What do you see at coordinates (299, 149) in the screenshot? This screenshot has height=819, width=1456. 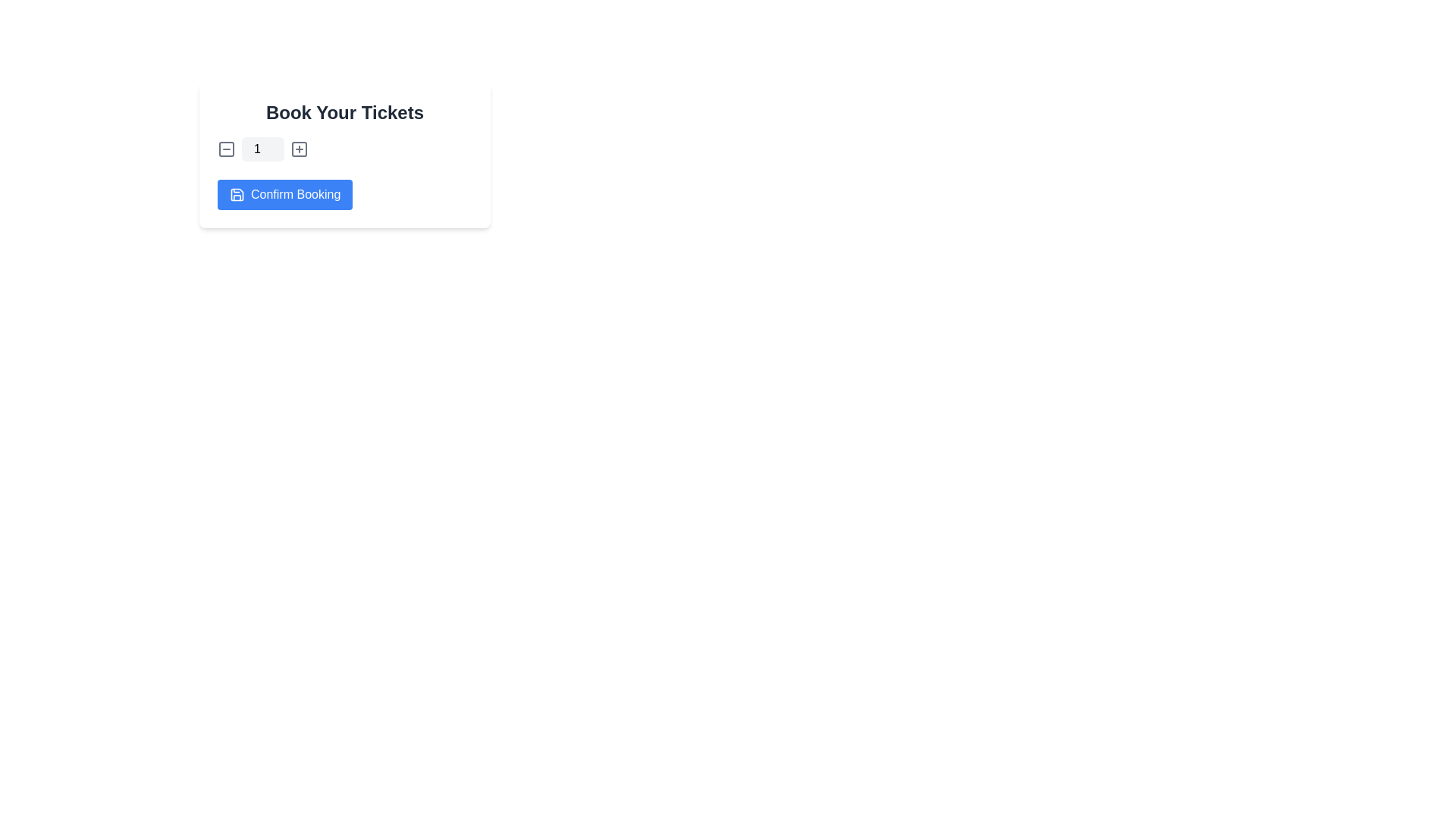 I see `the increment button located to the right of the number input field labeled '1' under the 'Book Your Tickets' header to increment the value` at bounding box center [299, 149].